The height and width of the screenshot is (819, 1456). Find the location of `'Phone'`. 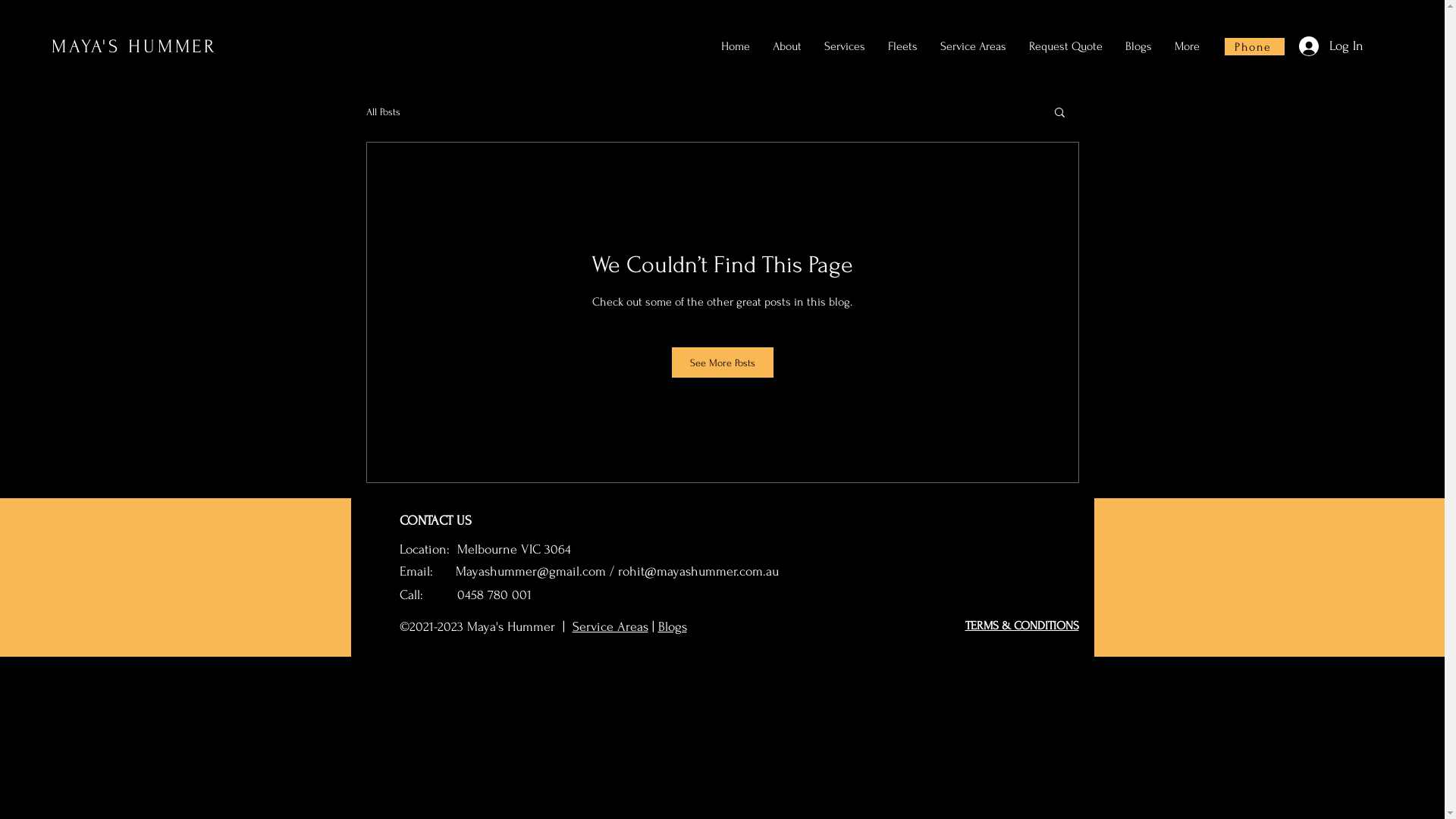

'Phone' is located at coordinates (1254, 45).